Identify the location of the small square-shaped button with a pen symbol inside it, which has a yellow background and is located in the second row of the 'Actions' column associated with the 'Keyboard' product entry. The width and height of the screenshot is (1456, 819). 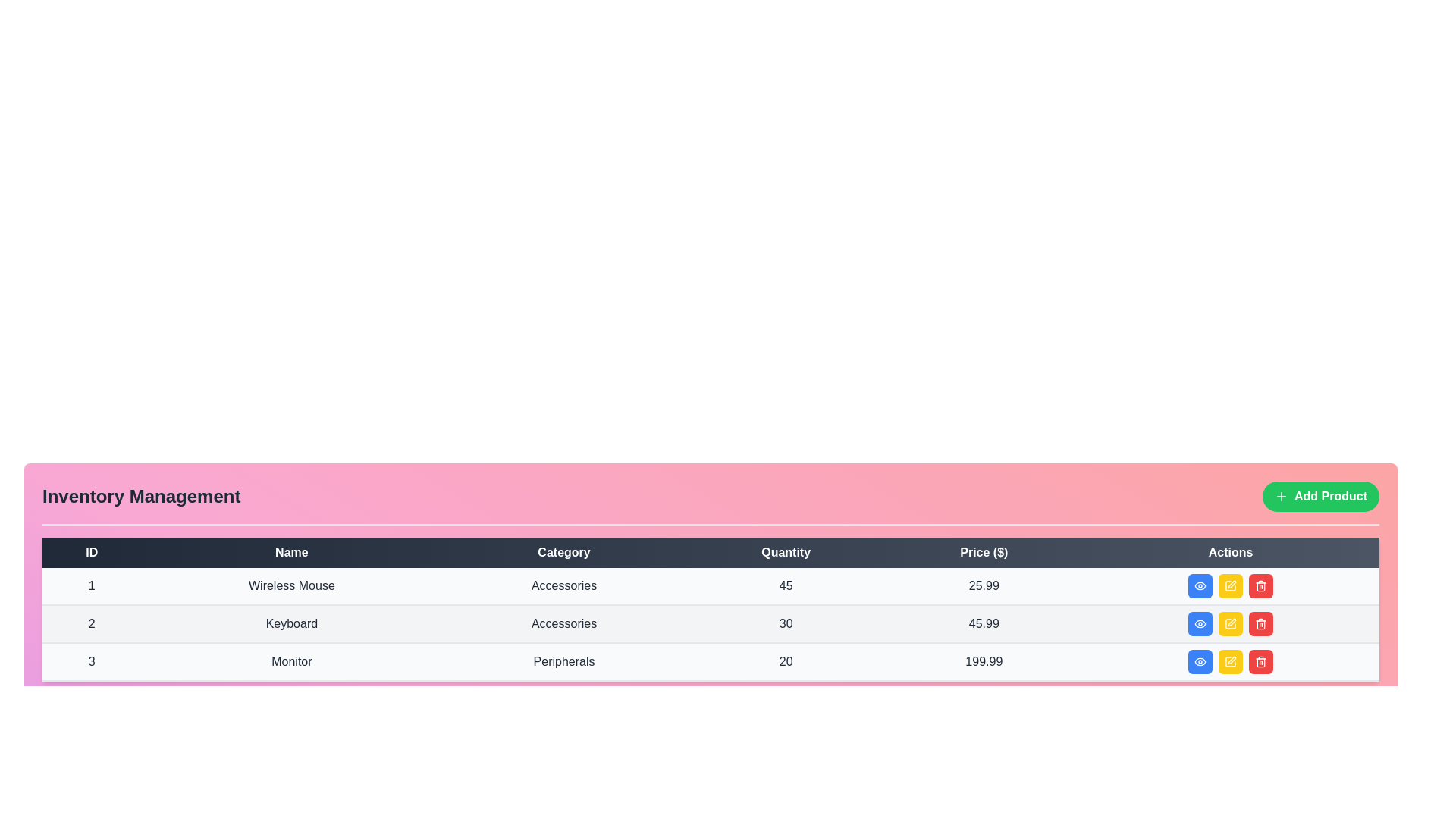
(1231, 623).